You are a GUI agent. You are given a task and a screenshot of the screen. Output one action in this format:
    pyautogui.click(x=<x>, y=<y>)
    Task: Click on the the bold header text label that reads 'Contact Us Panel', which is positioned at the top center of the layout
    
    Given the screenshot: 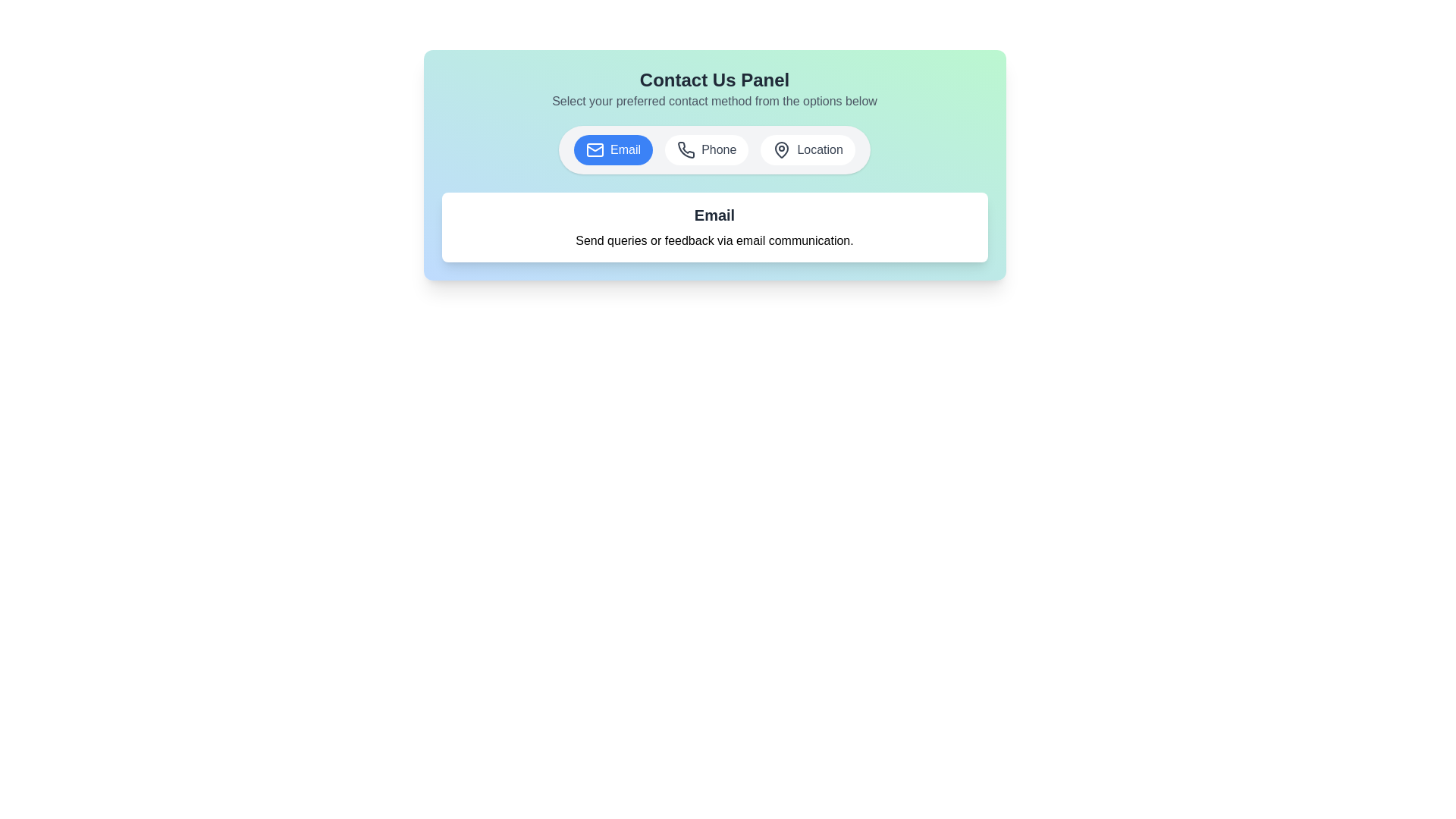 What is the action you would take?
    pyautogui.click(x=714, y=80)
    